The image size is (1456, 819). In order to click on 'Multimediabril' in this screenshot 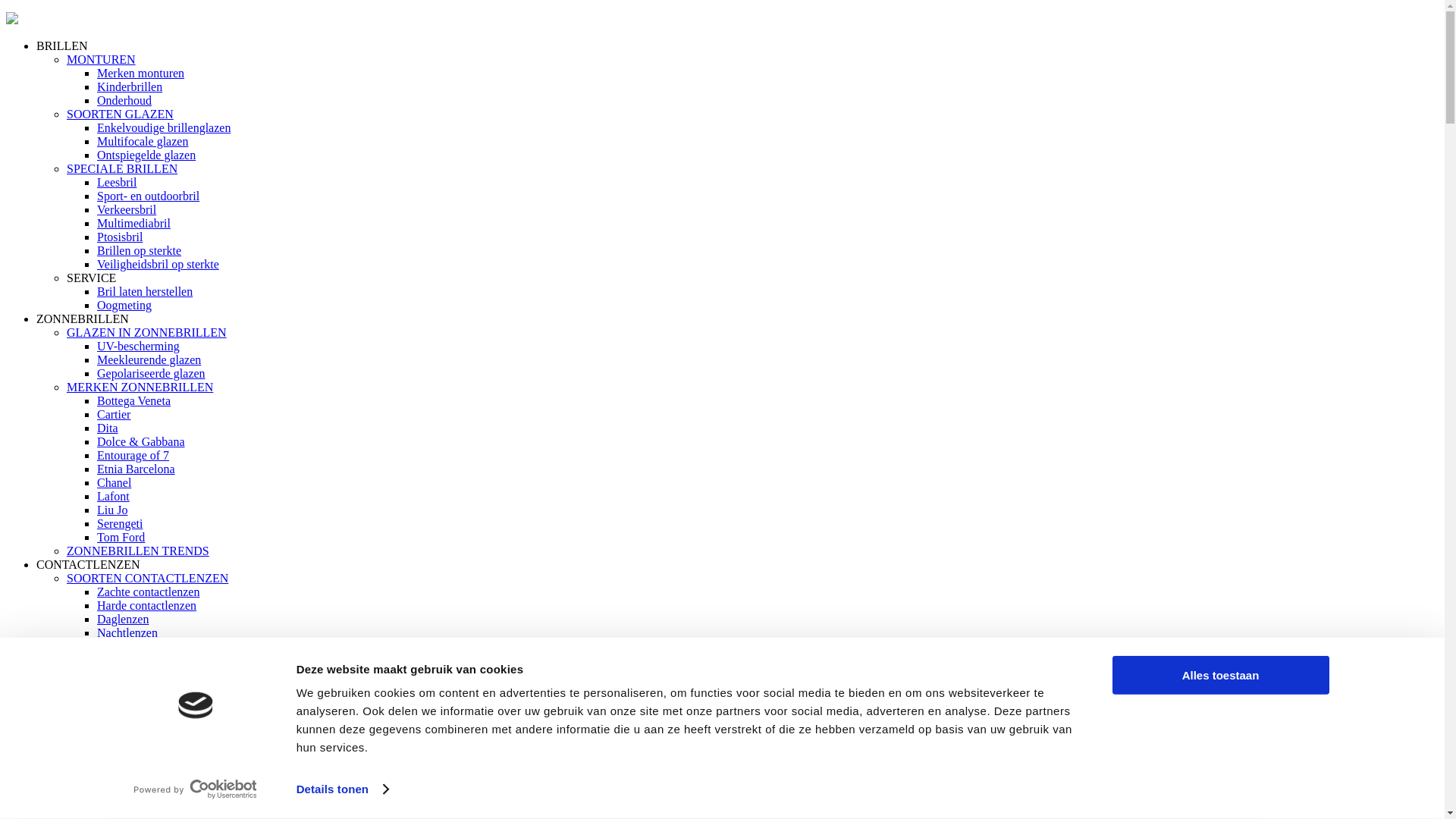, I will do `click(133, 223)`.